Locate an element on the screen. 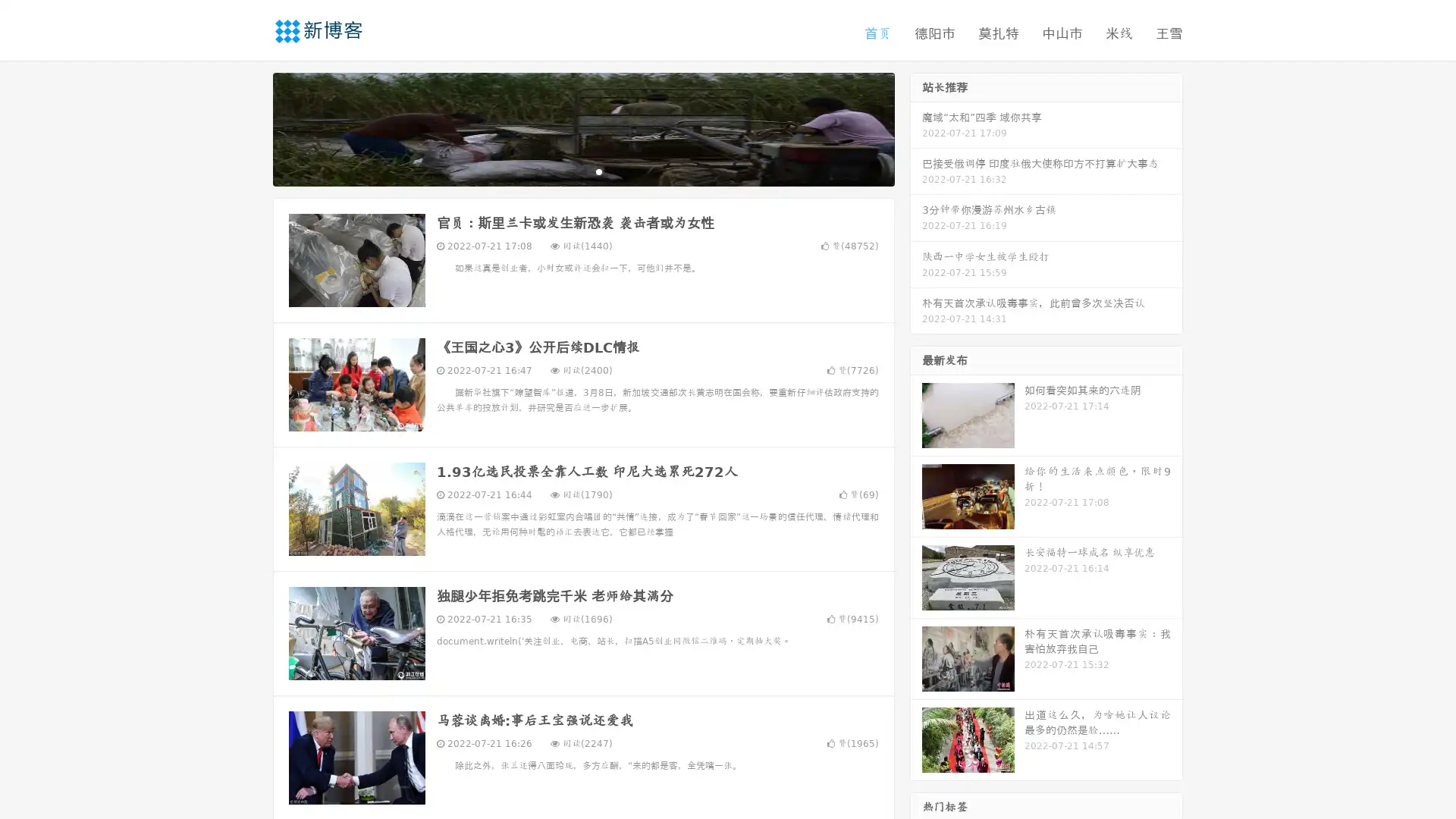 Image resolution: width=1456 pixels, height=819 pixels. Go to slide 3 is located at coordinates (598, 171).